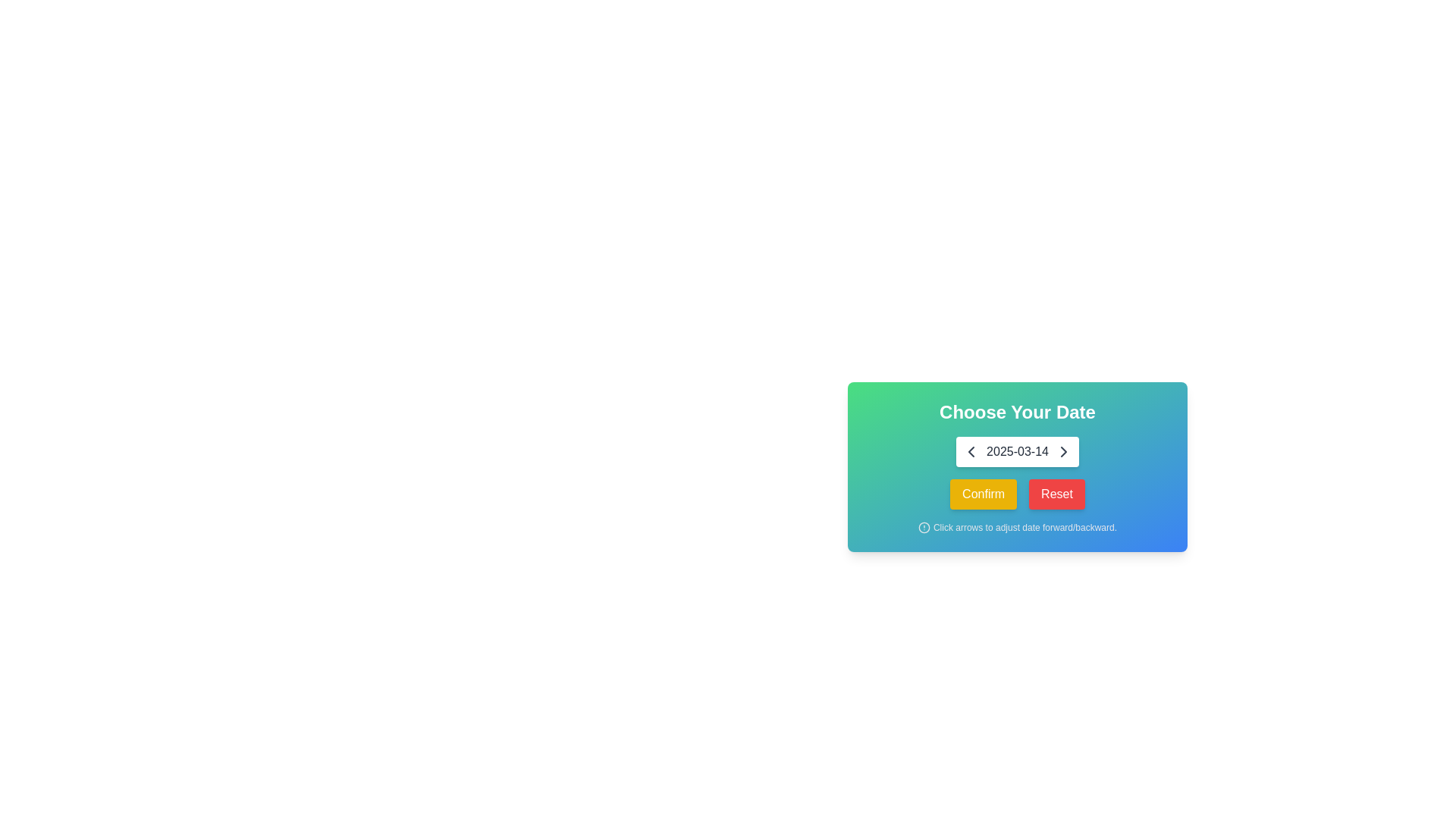  Describe the element at coordinates (1062, 451) in the screenshot. I see `the SVG icon located to the right of the date input field, which serves as an increment button for the date selector` at that location.